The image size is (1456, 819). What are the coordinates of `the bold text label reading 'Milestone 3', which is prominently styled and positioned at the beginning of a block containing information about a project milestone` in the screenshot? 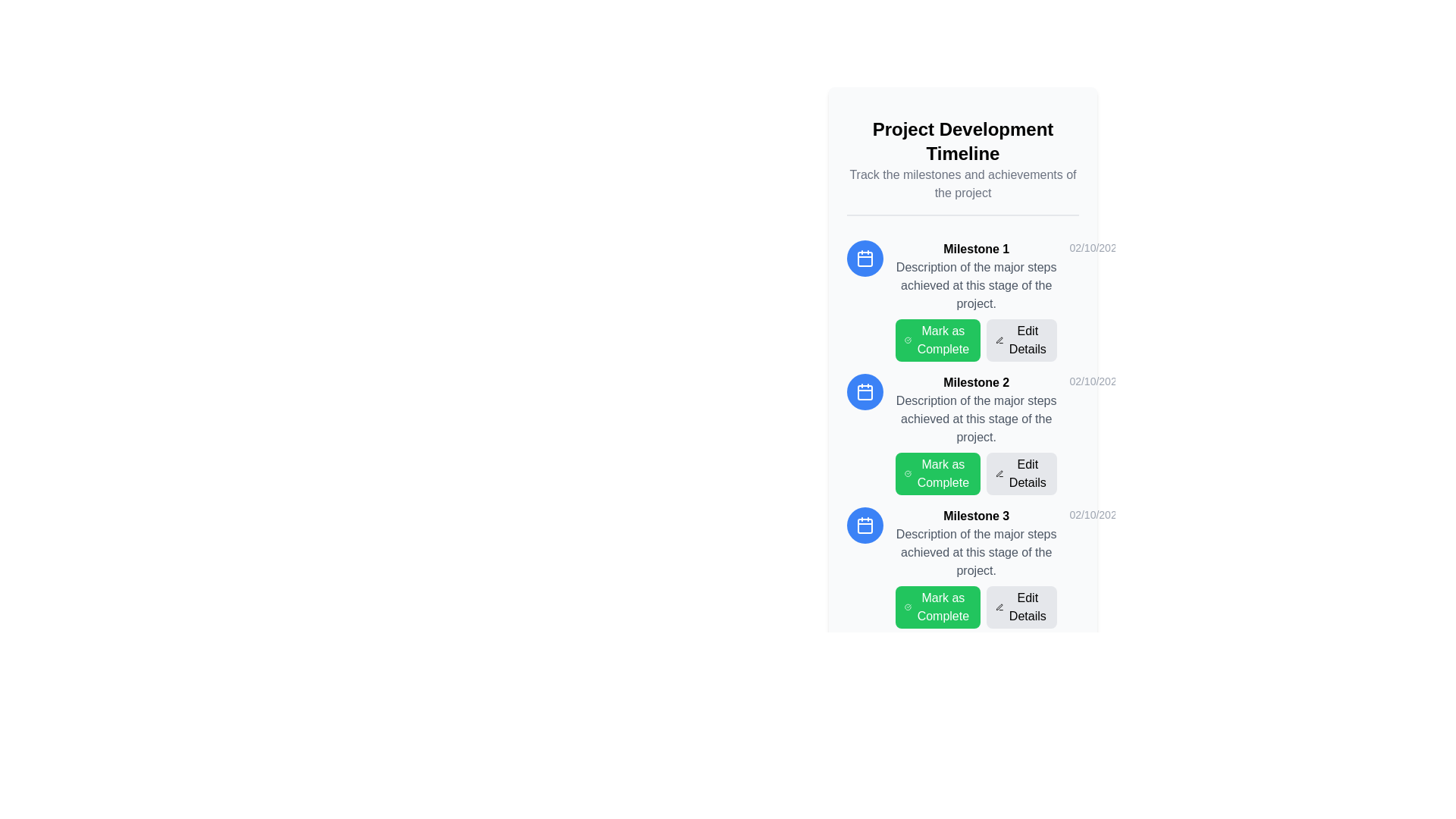 It's located at (976, 515).